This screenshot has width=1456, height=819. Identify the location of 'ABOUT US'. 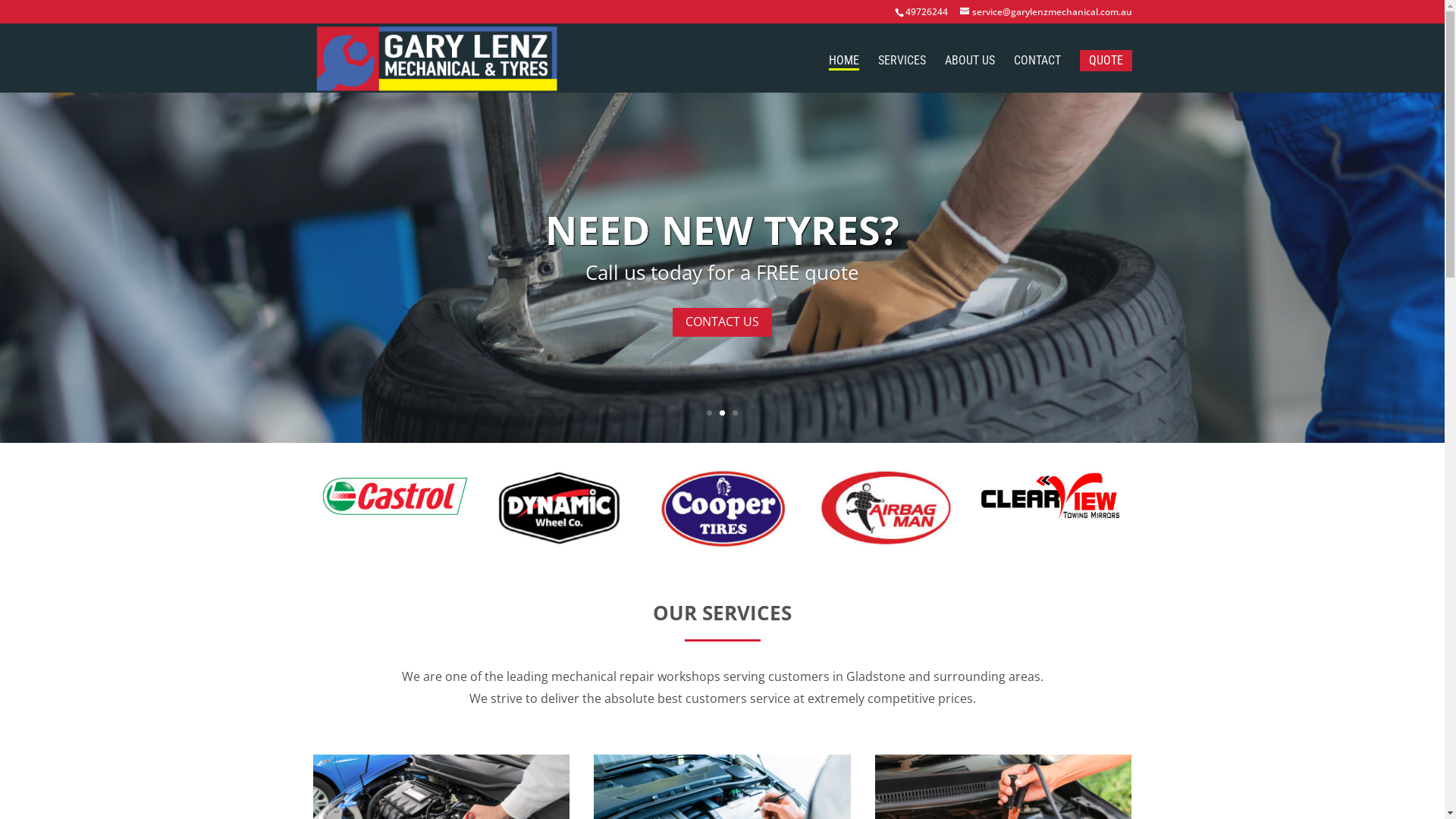
(968, 74).